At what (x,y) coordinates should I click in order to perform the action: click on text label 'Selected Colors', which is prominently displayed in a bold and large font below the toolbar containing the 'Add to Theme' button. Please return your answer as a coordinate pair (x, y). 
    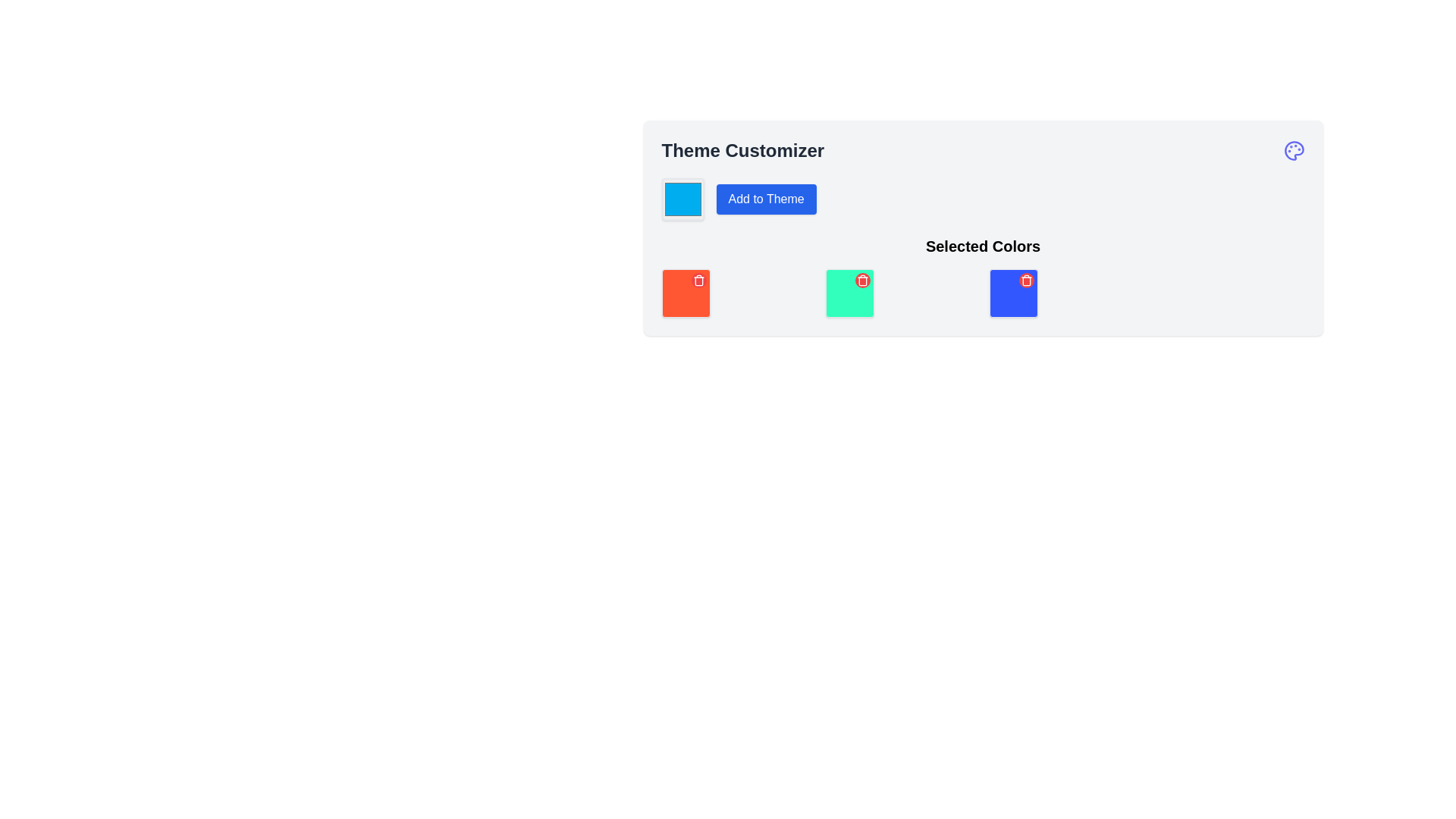
    Looking at the image, I should click on (983, 245).